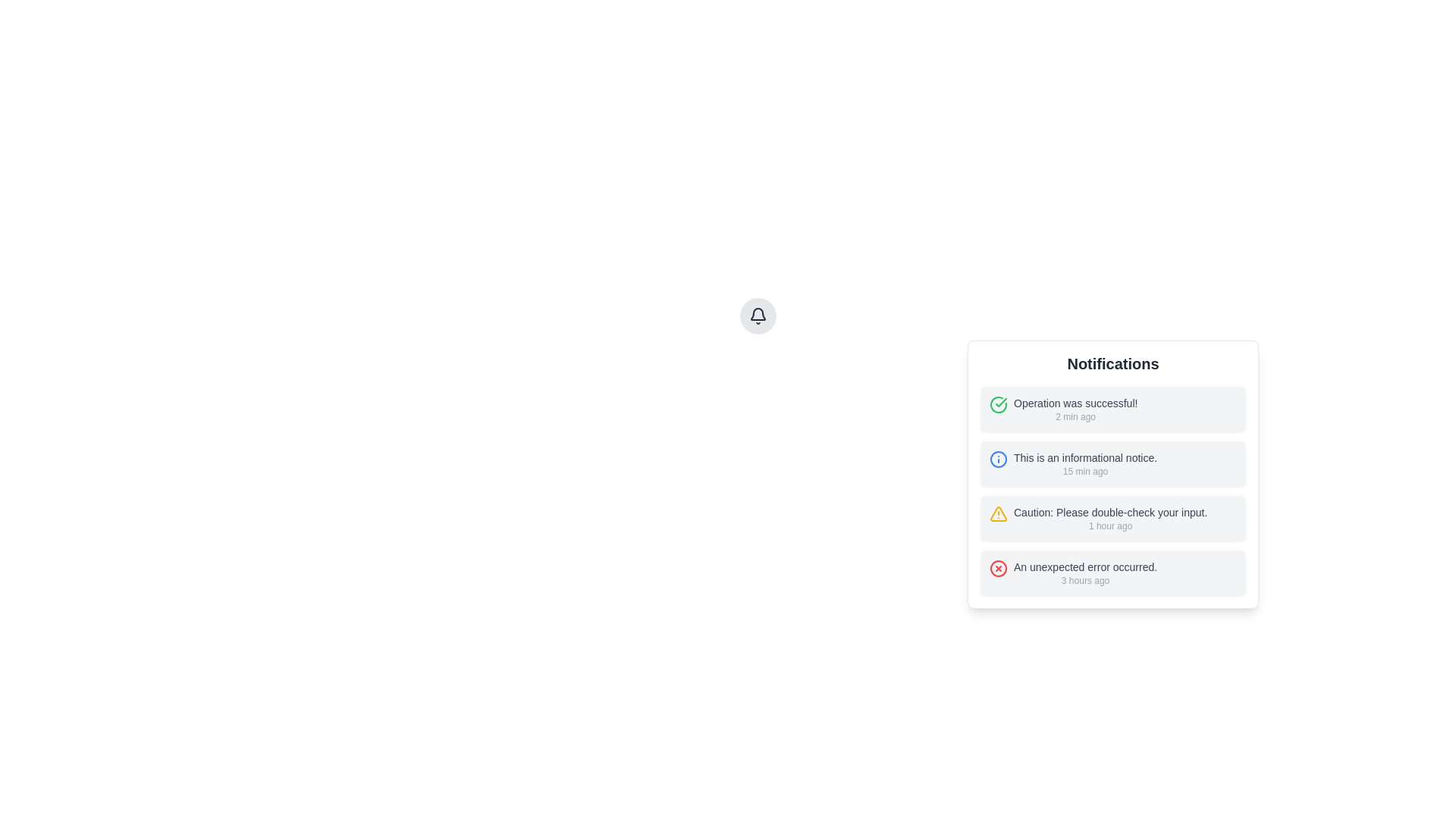 Image resolution: width=1456 pixels, height=819 pixels. I want to click on the bell-shaped icon with a hollow interior, outlined in black, located in the top-left quadrant of the viewport, so click(758, 313).